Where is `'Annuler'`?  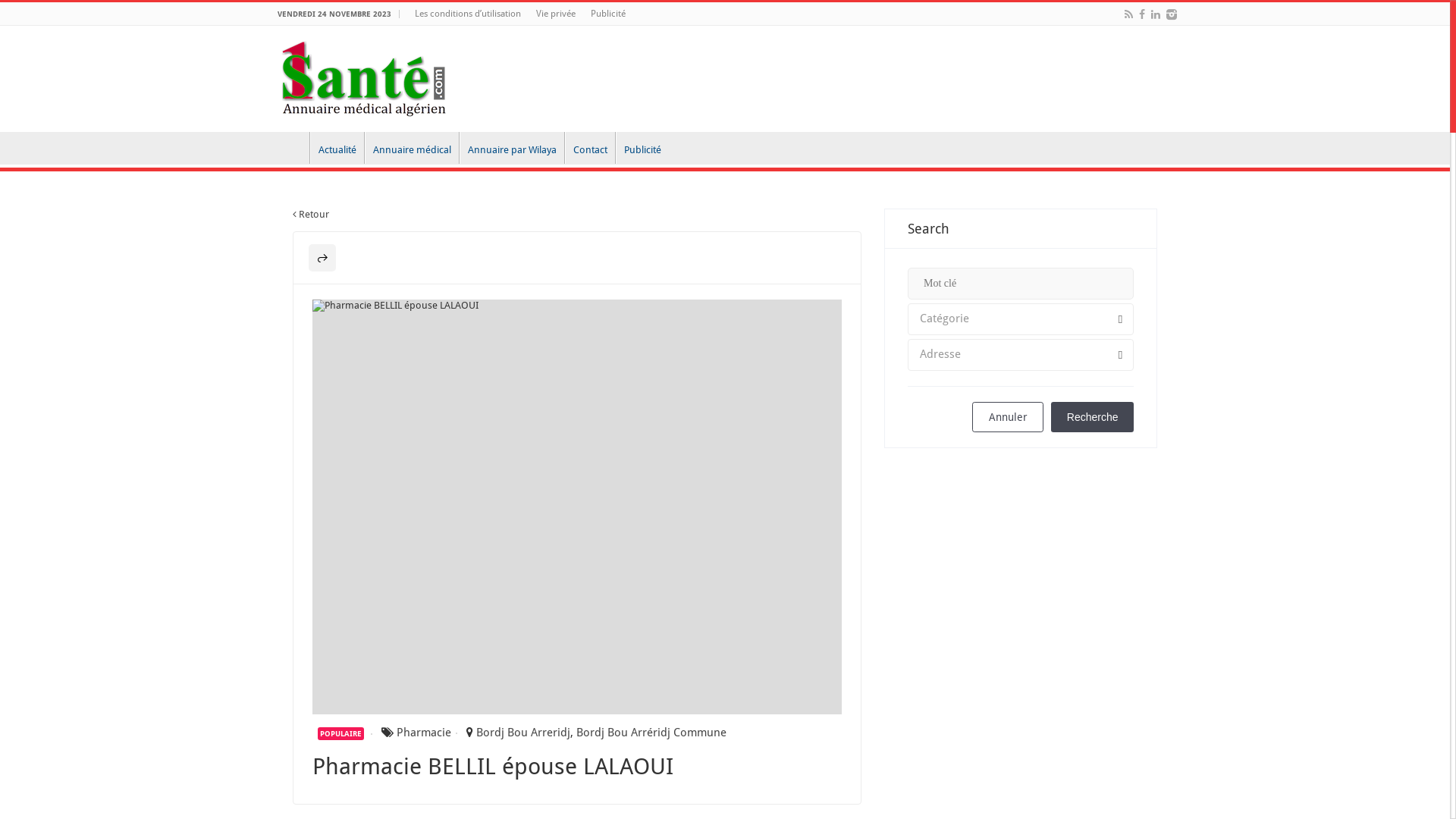
'Annuler' is located at coordinates (1008, 417).